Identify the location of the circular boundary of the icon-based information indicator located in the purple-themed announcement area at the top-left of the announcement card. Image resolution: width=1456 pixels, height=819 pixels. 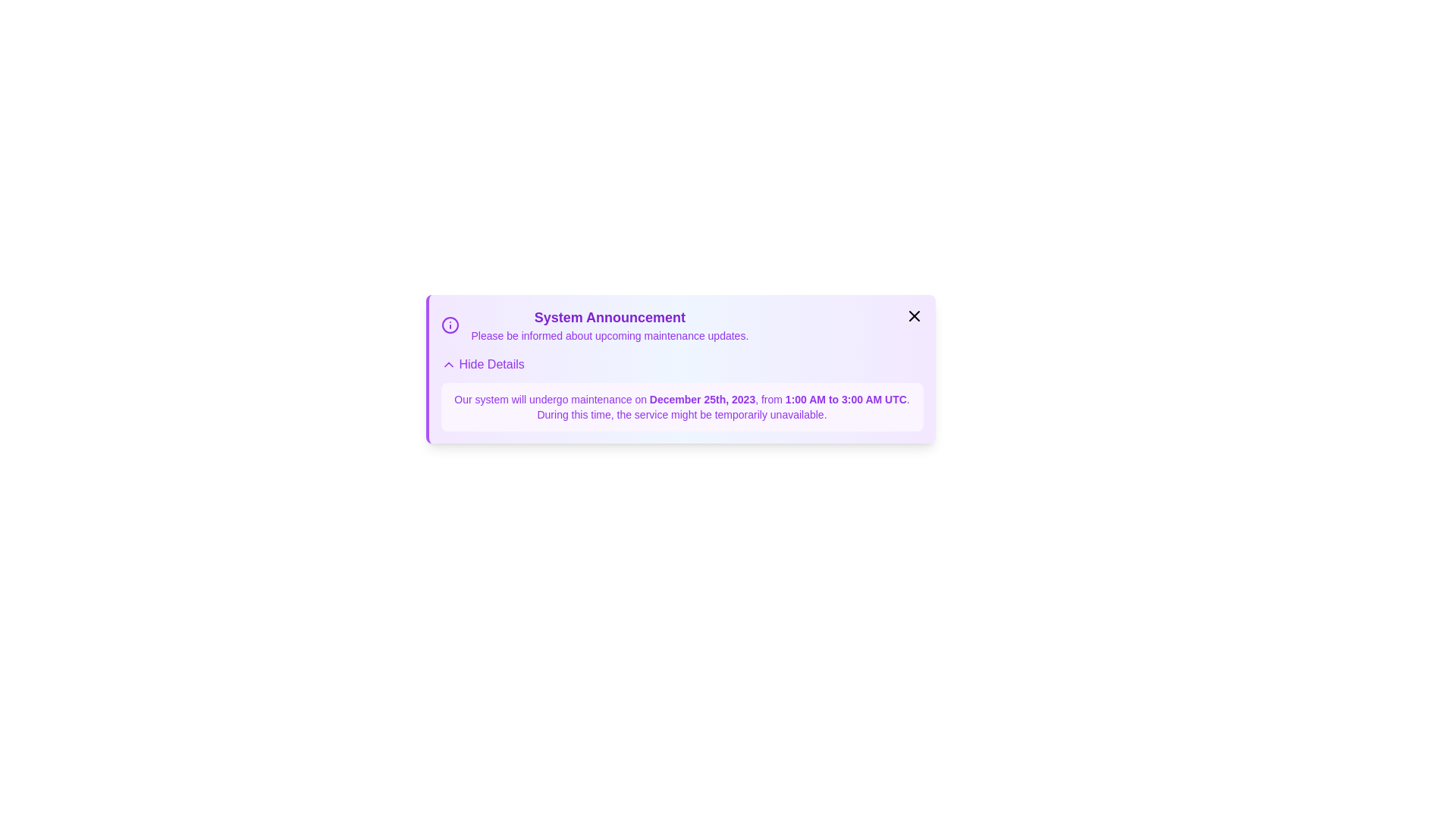
(449, 324).